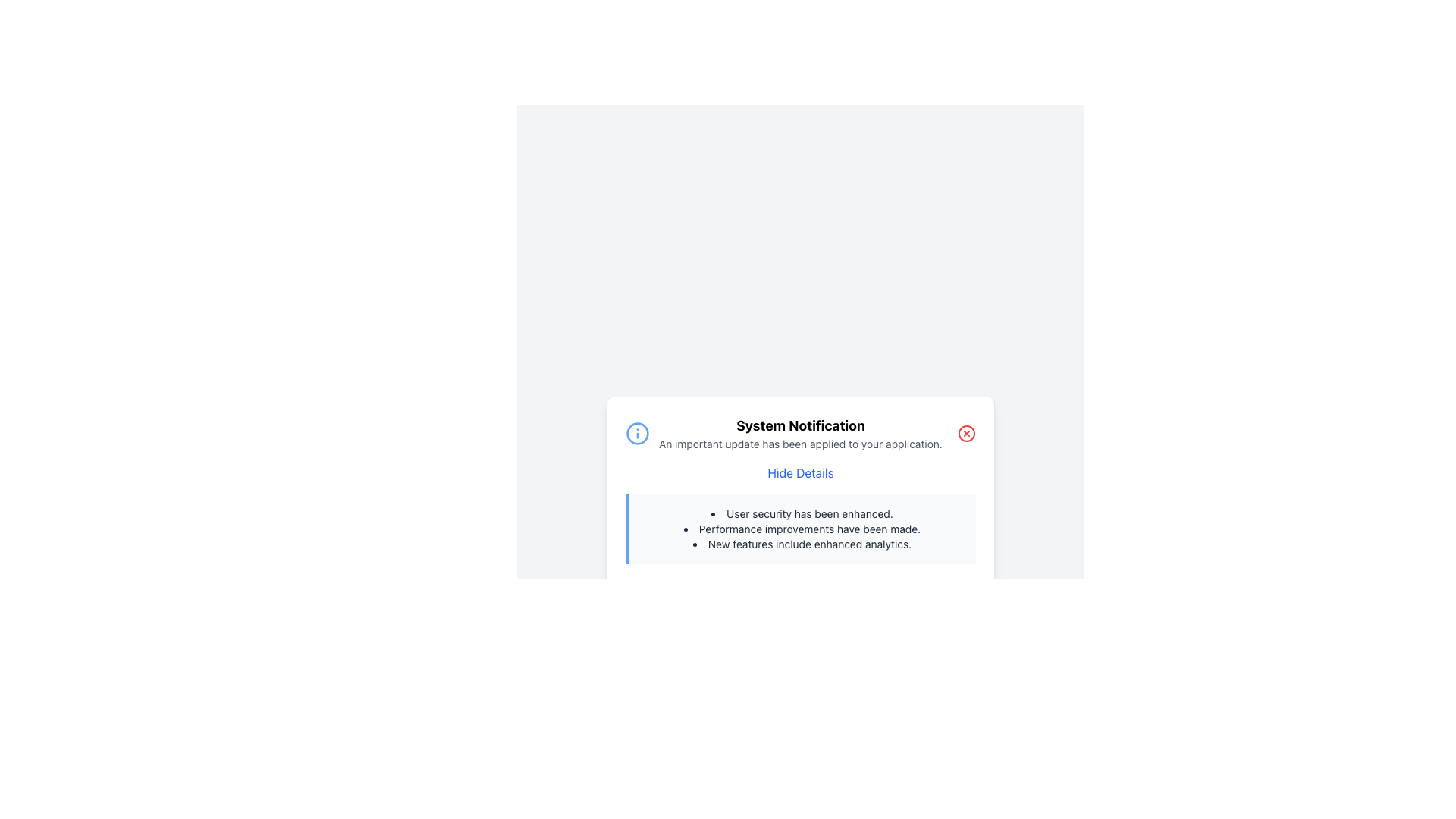 The image size is (1456, 819). What do you see at coordinates (801, 543) in the screenshot?
I see `the informational text about features or updates, which is the third item in a vertically aligned bullet-point list in the middle section of the notification box` at bounding box center [801, 543].